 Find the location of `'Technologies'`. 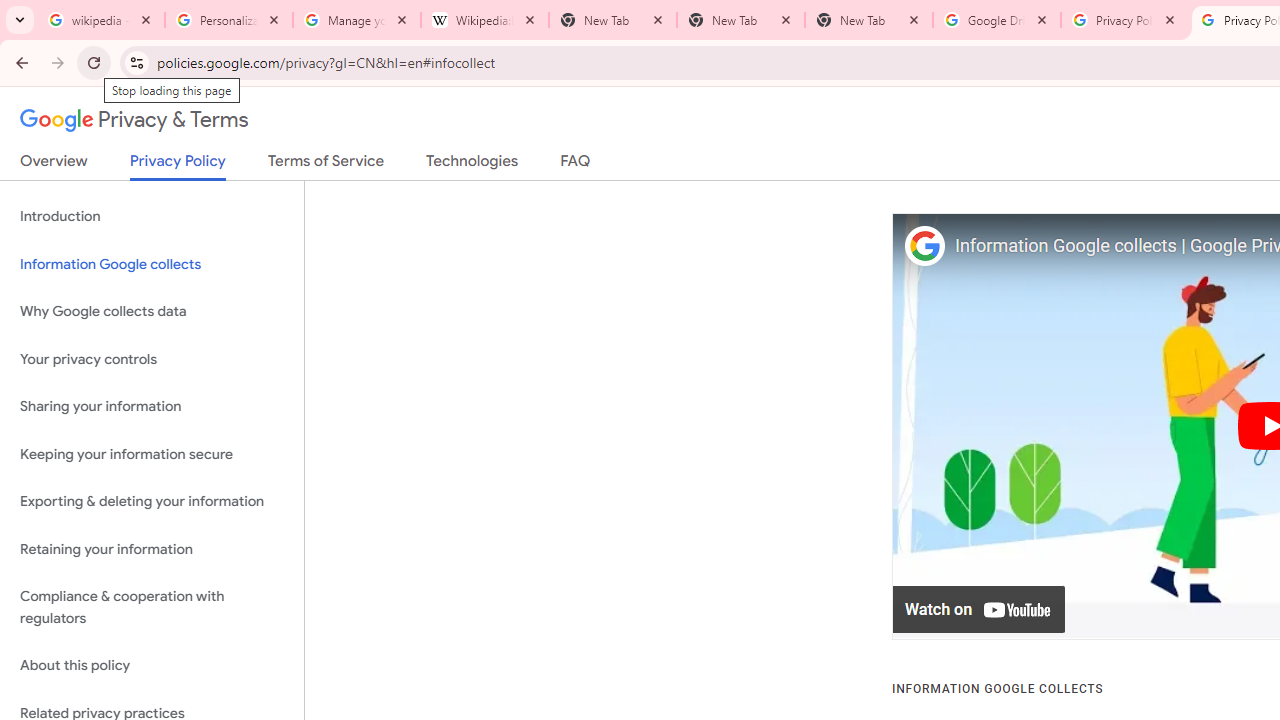

'Technologies' is located at coordinates (471, 164).